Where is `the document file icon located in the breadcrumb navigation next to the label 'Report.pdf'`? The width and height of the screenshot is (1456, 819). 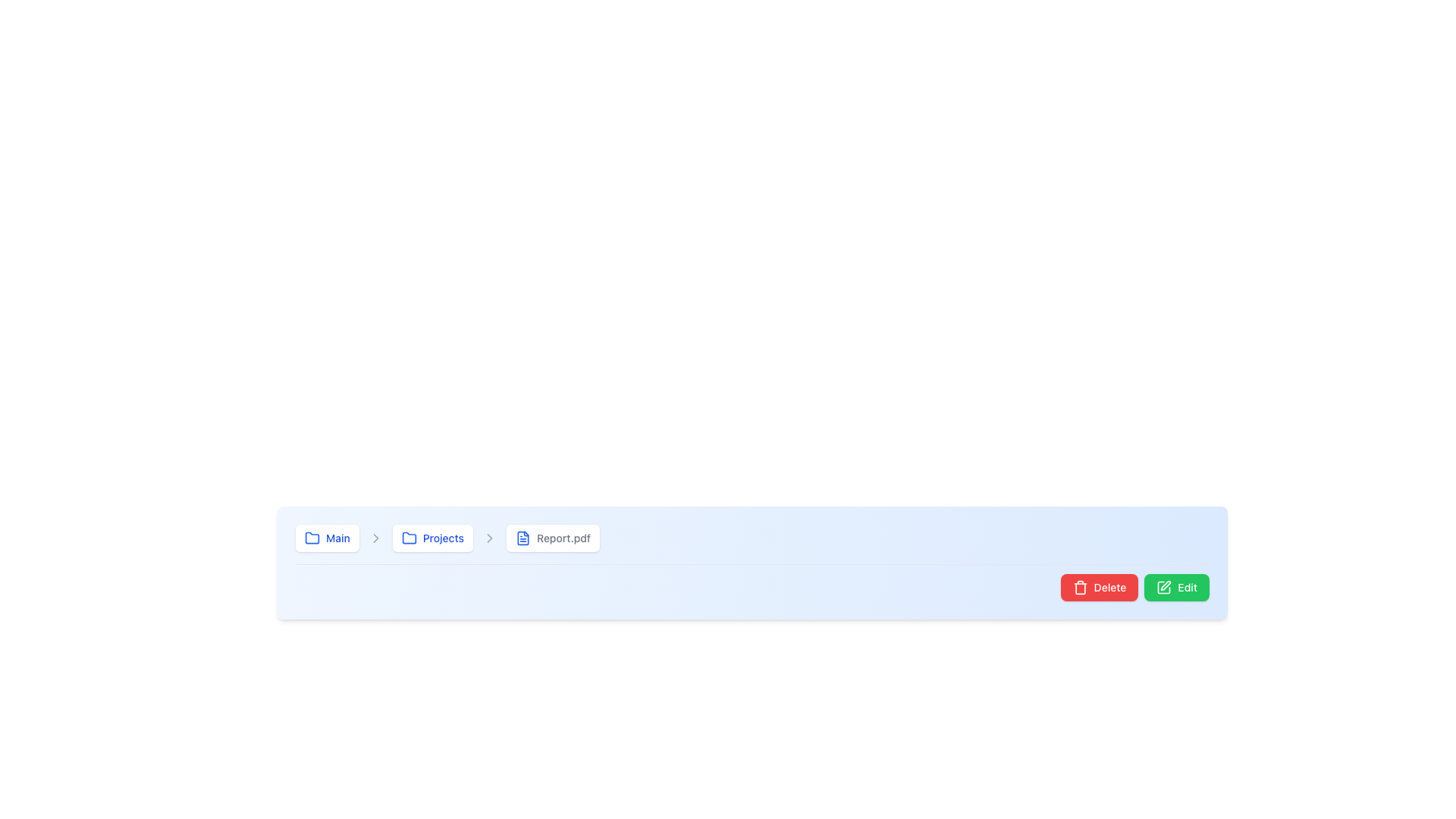
the document file icon located in the breadcrumb navigation next to the label 'Report.pdf' is located at coordinates (523, 537).